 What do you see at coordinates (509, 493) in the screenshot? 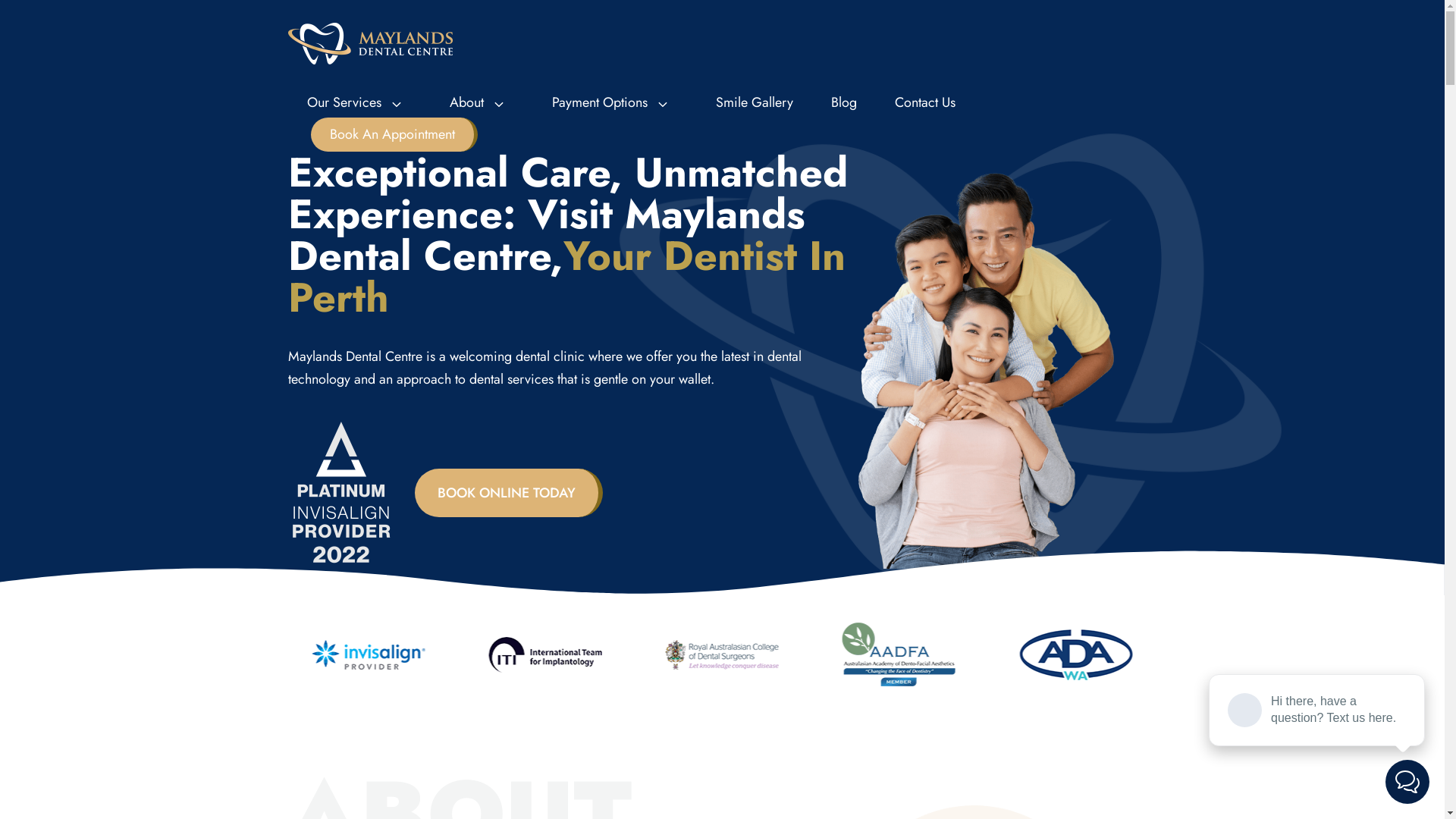
I see `'BOOK ONLINE TODAY'` at bounding box center [509, 493].